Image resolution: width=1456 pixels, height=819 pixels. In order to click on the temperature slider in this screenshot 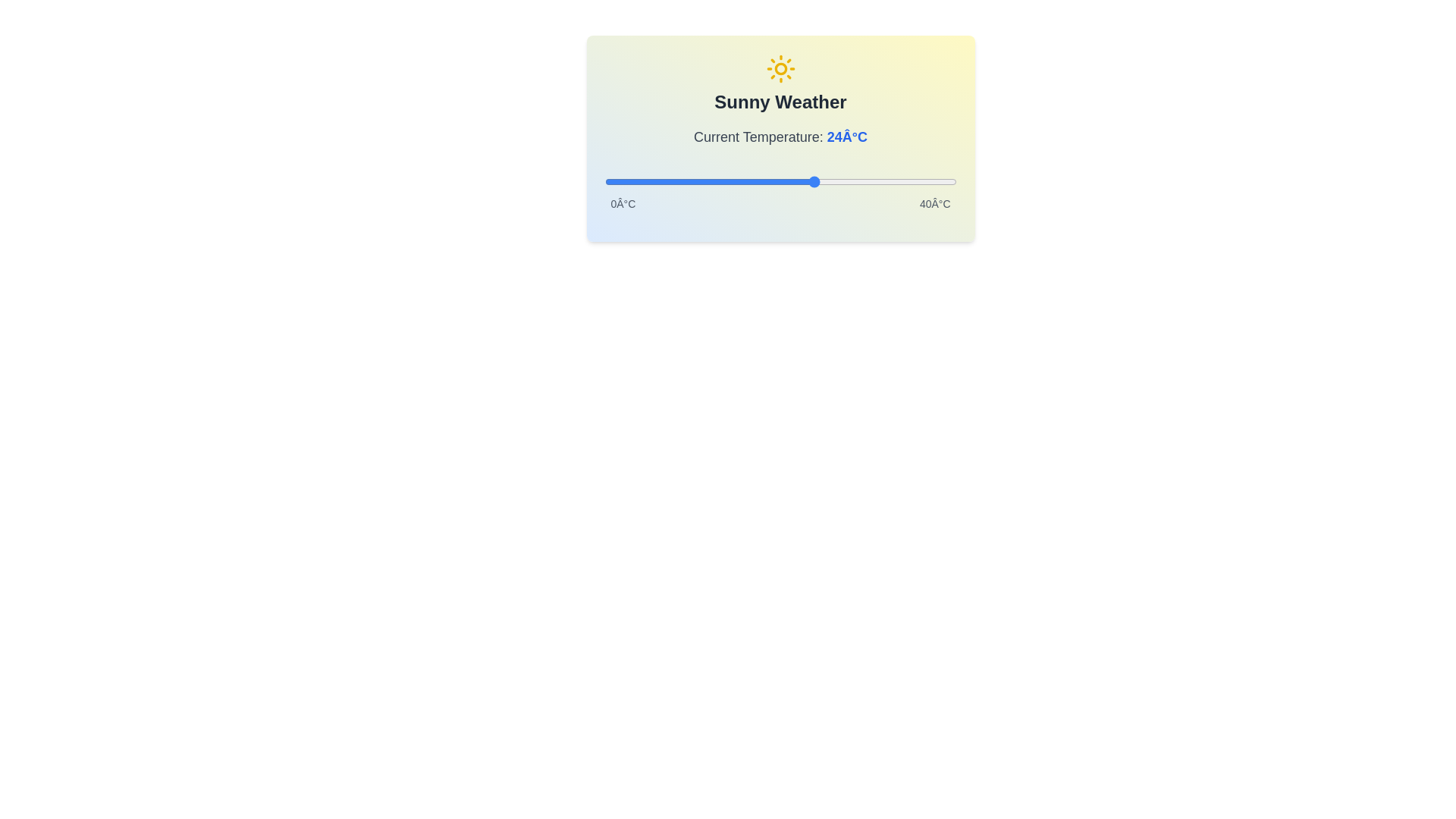, I will do `click(682, 180)`.